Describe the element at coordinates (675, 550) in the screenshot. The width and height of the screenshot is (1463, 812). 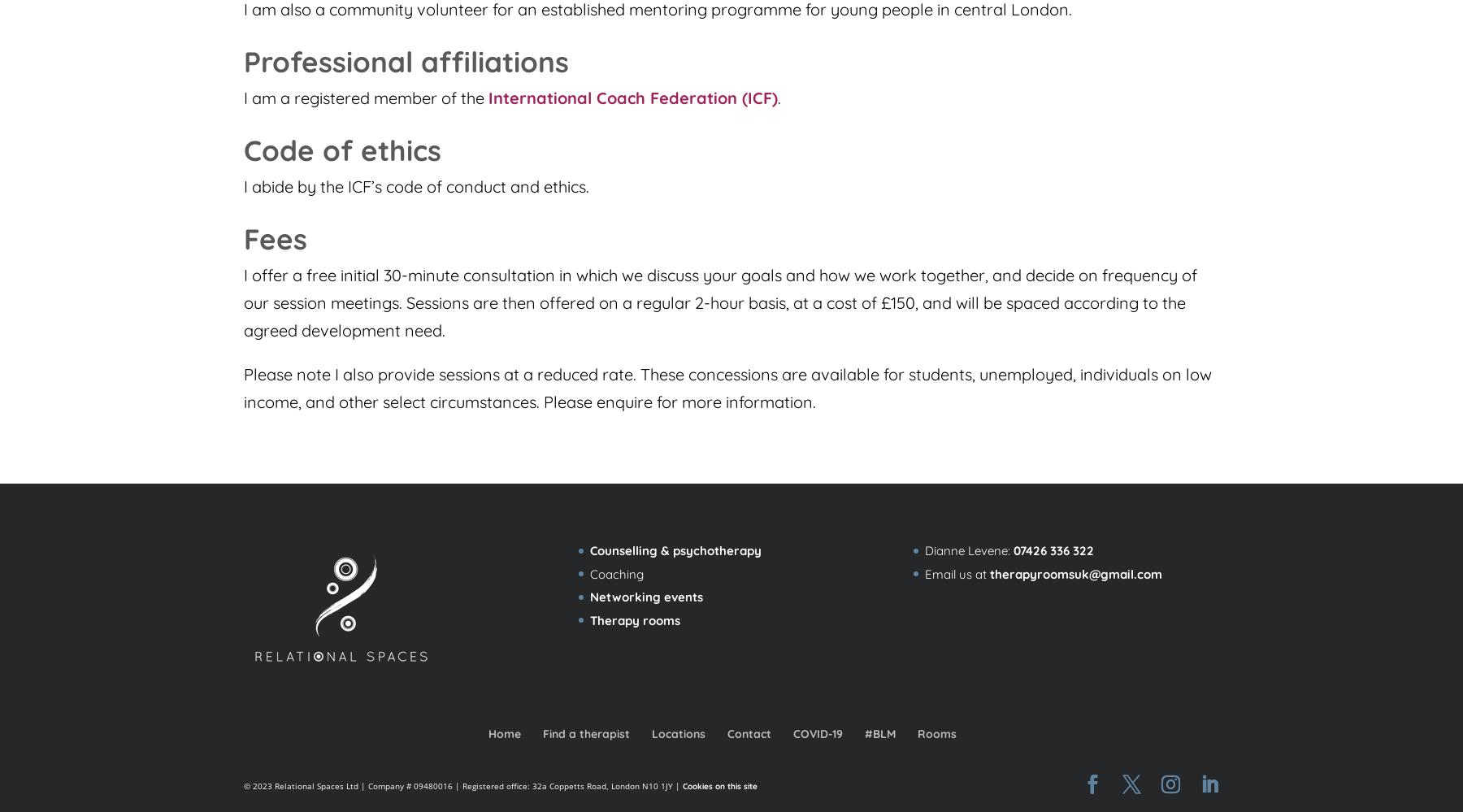
I see `'Counselling & psychotherapy'` at that location.